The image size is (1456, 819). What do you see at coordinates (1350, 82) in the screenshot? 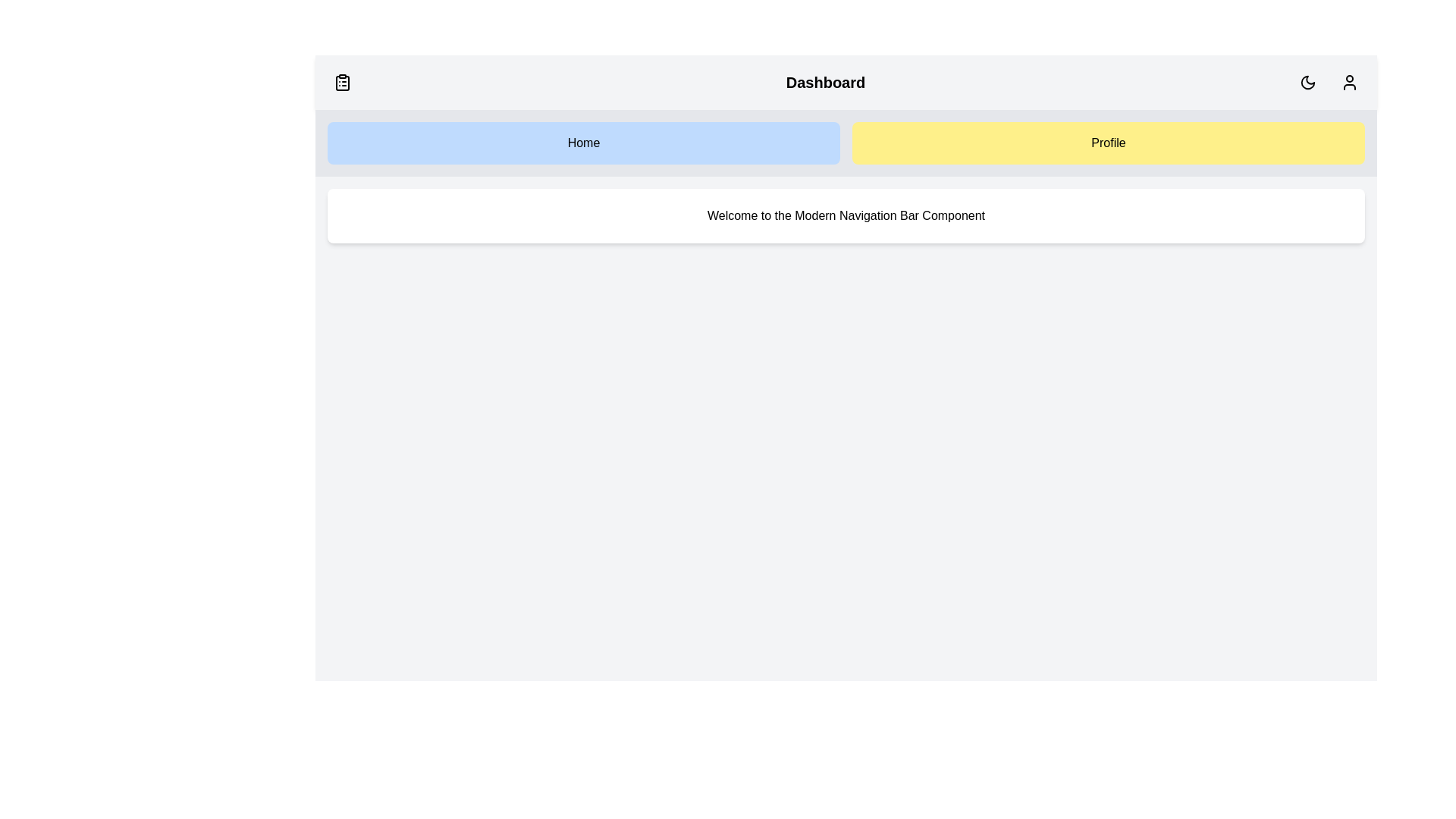
I see `the user profile icon to interact with the user profile` at bounding box center [1350, 82].